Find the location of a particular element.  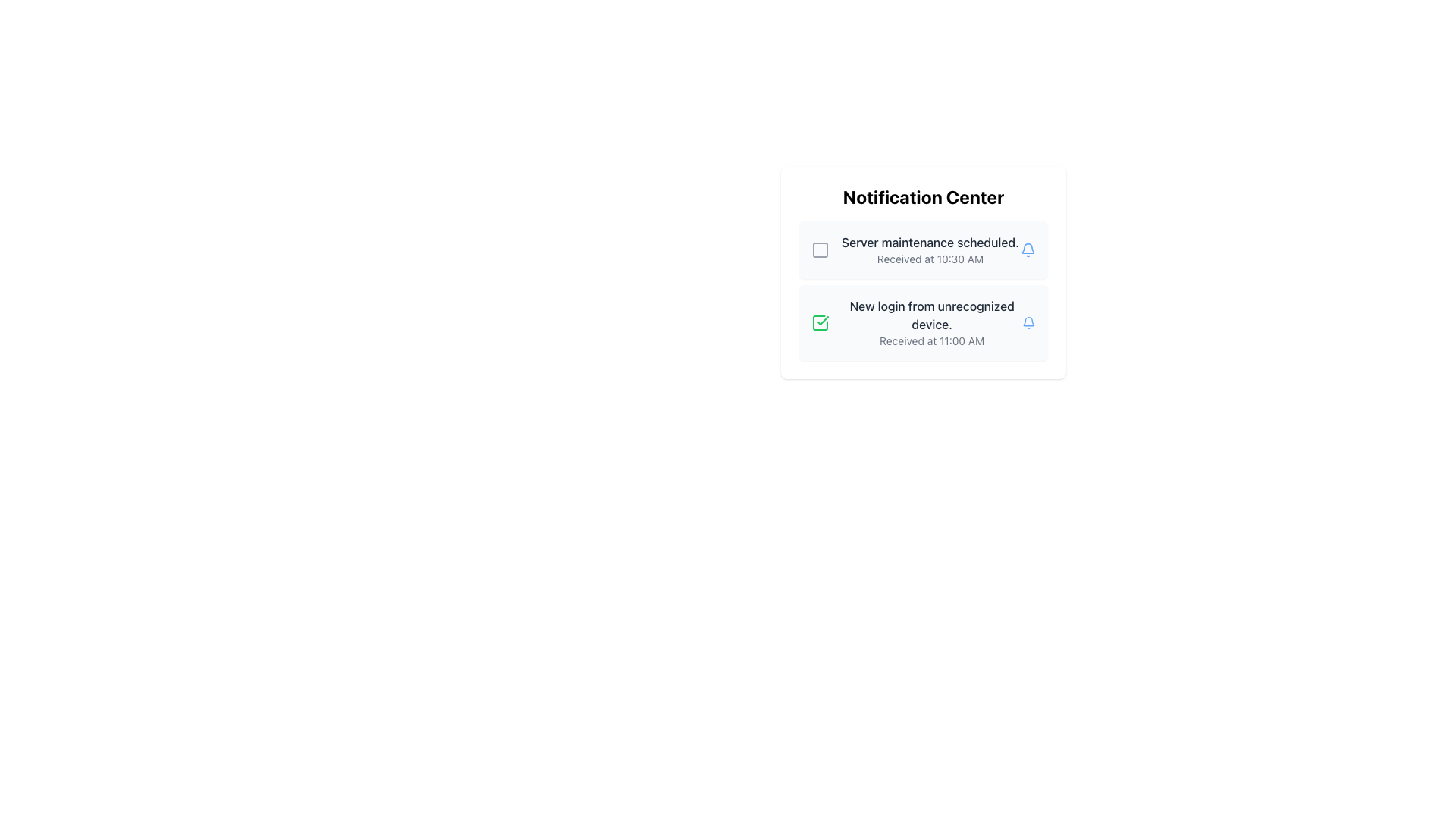

the checkbox is located at coordinates (819, 322).